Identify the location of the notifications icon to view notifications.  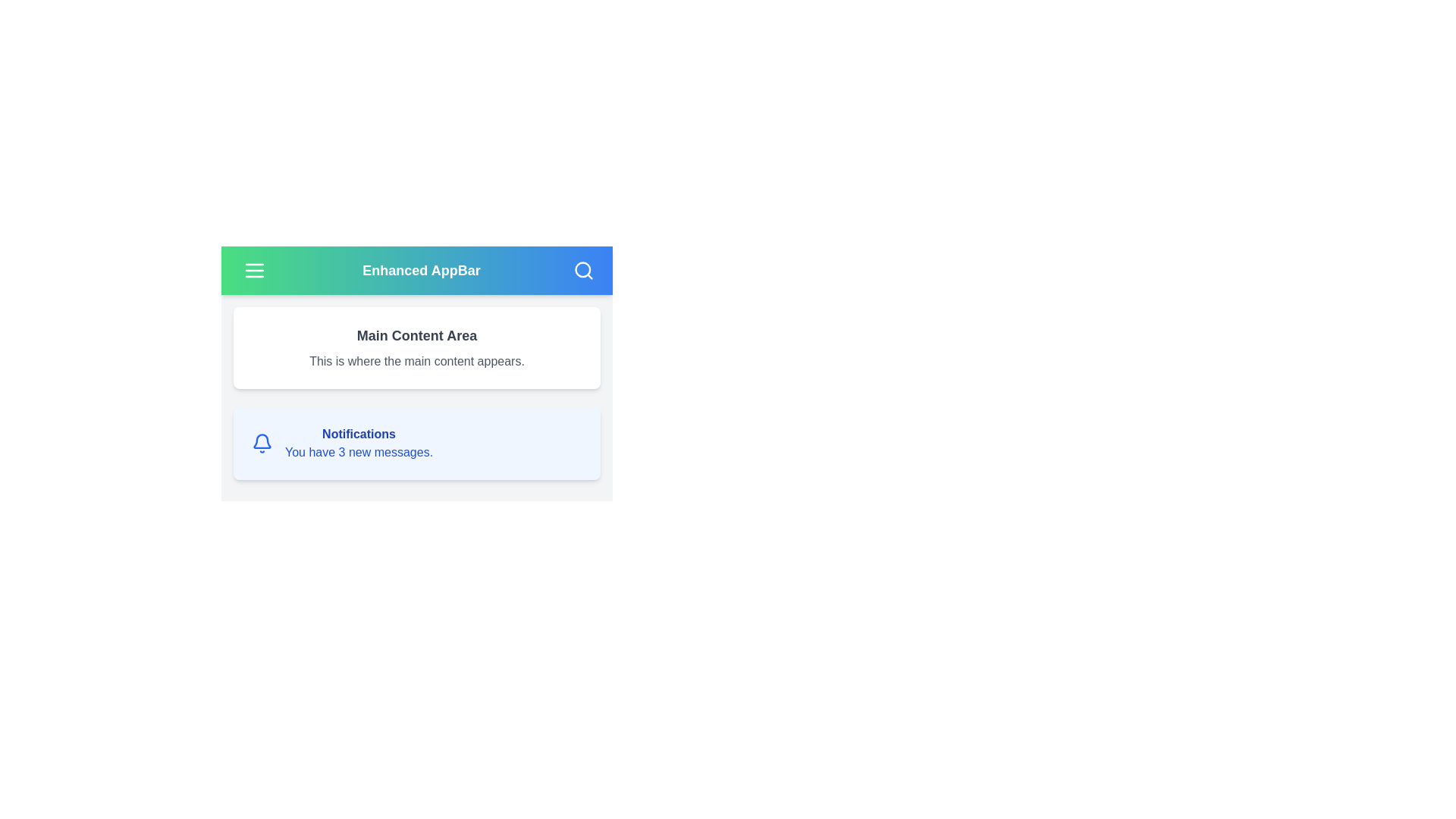
(262, 444).